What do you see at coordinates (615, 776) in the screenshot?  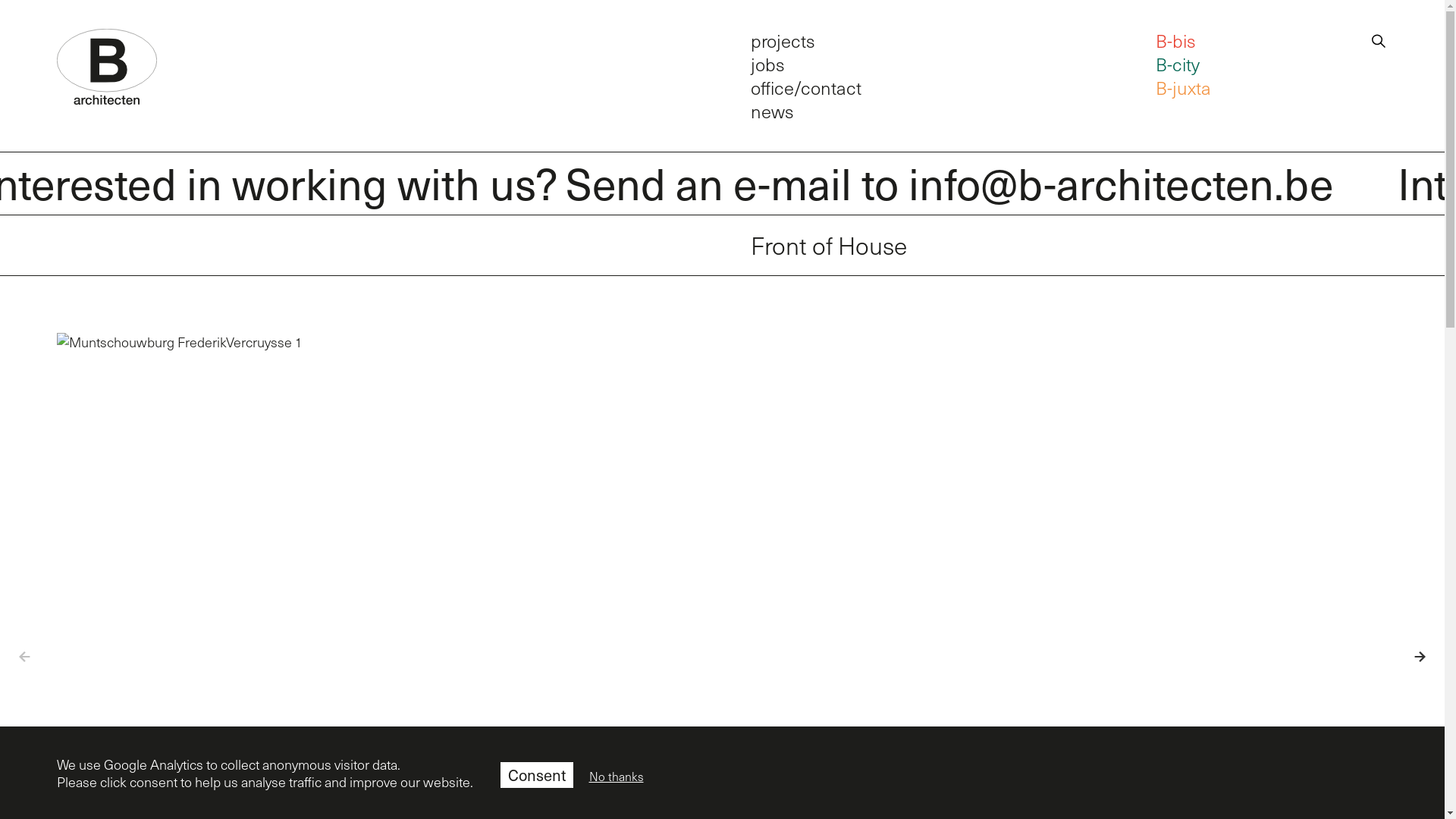 I see `'No thanks'` at bounding box center [615, 776].